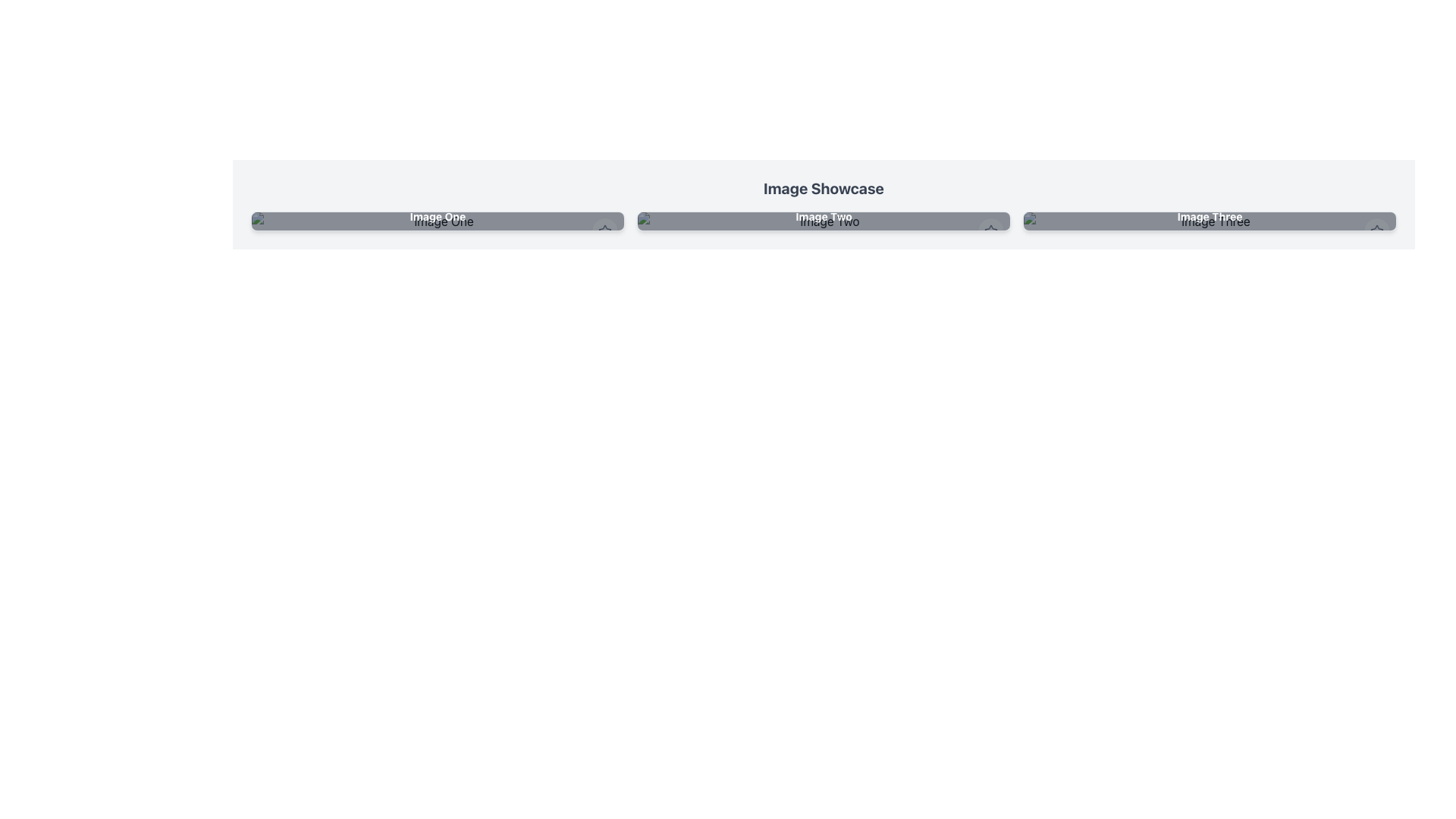 The image size is (1456, 819). What do you see at coordinates (1209, 221) in the screenshot?
I see `the placeholder picture image in the rightmost card beneath the text overlay 'Image Three'` at bounding box center [1209, 221].